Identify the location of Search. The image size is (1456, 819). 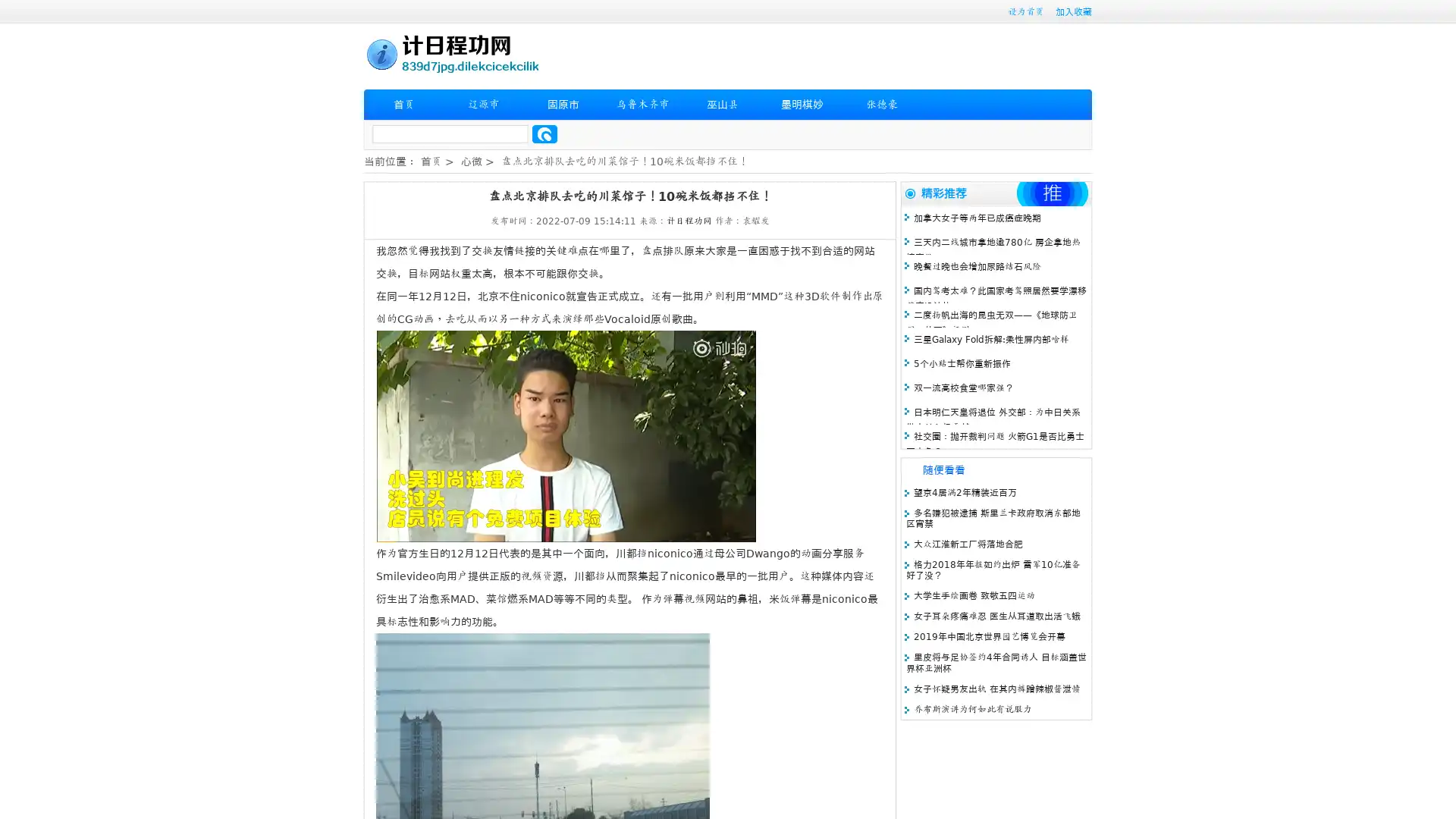
(544, 133).